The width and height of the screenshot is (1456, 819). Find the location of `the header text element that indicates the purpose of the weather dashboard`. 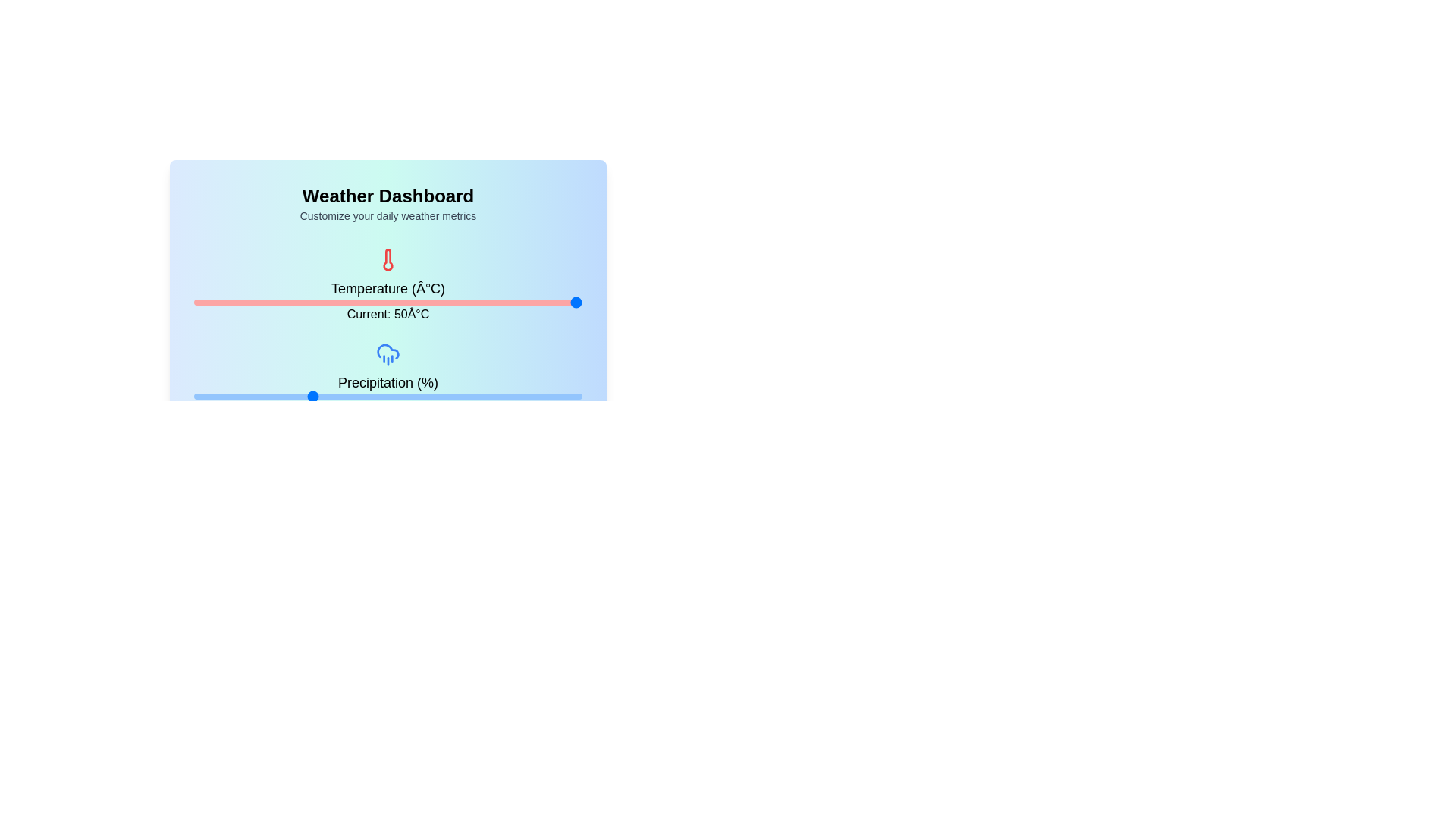

the header text element that indicates the purpose of the weather dashboard is located at coordinates (388, 195).